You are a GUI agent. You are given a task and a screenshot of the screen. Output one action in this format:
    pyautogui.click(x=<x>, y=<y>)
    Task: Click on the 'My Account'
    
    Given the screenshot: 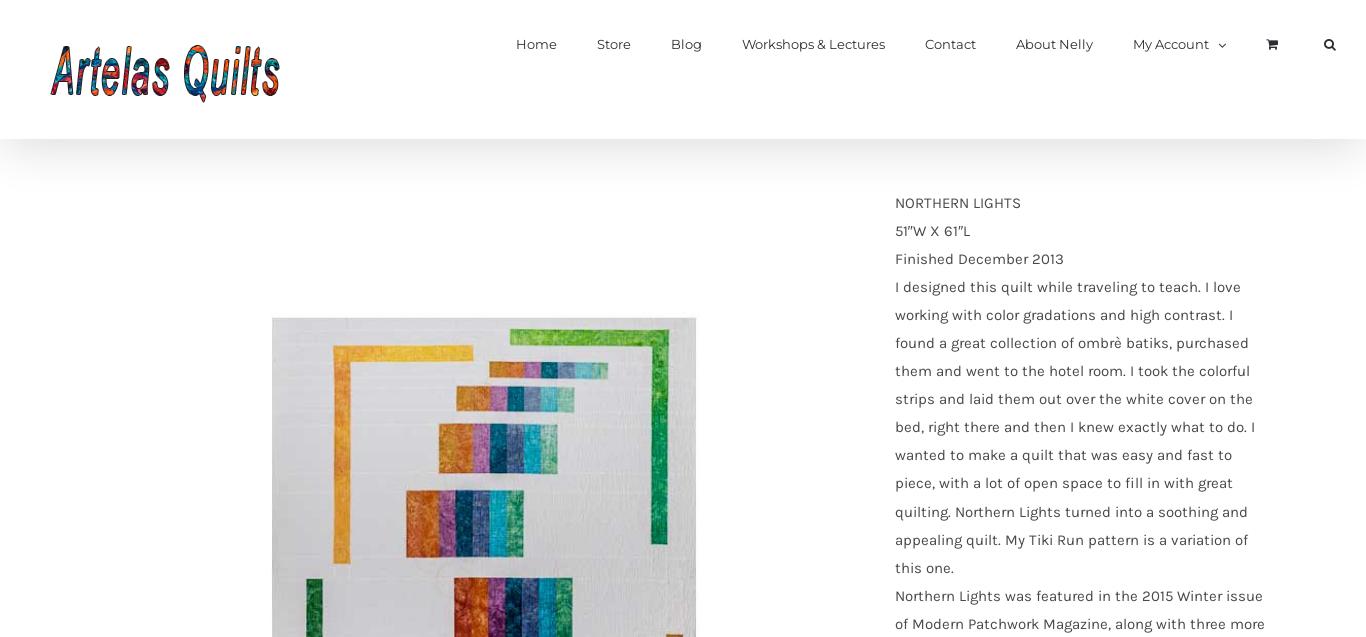 What is the action you would take?
    pyautogui.click(x=1170, y=44)
    